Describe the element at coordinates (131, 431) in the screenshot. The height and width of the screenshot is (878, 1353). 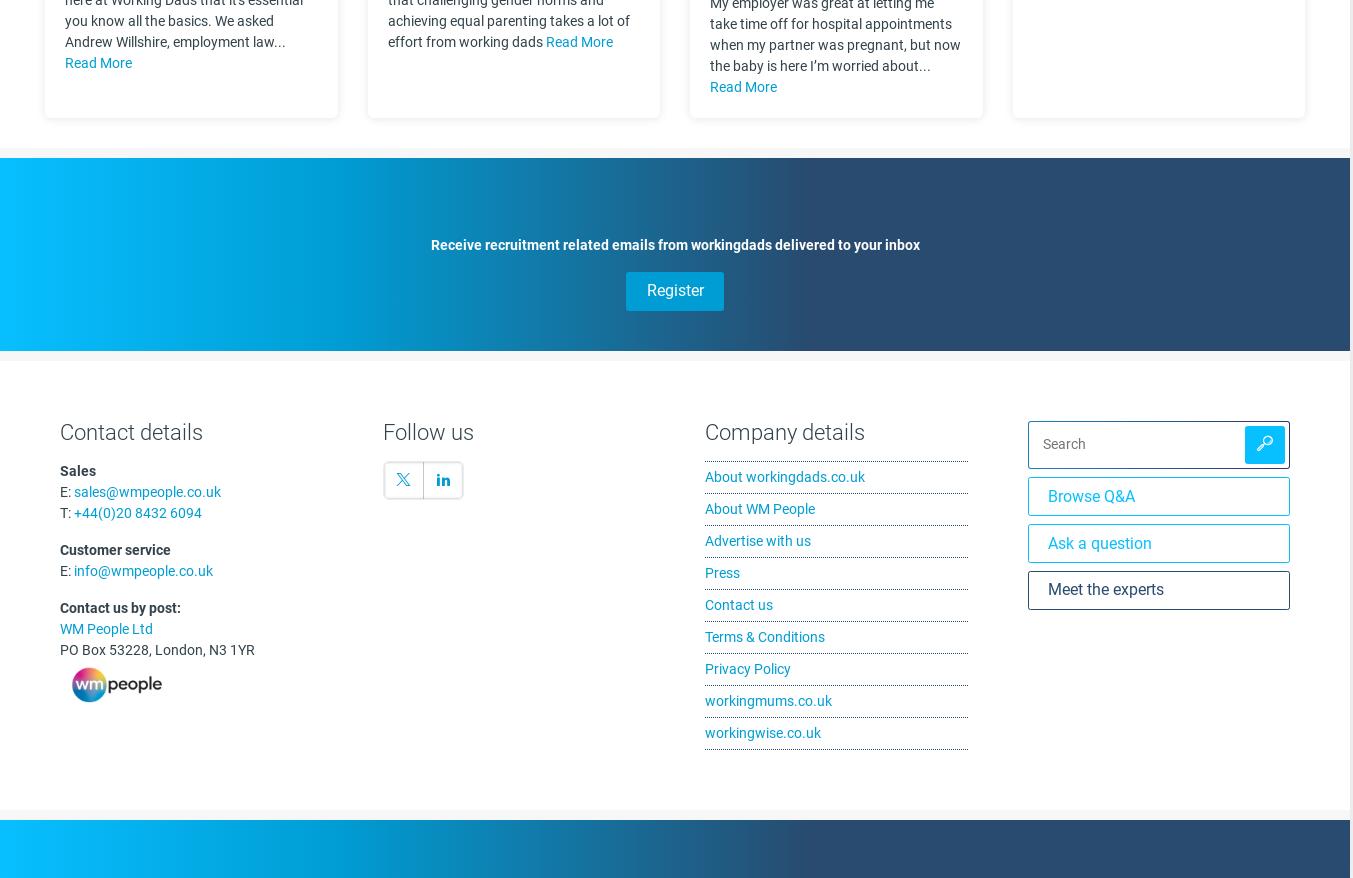
I see `'Contact details'` at that location.